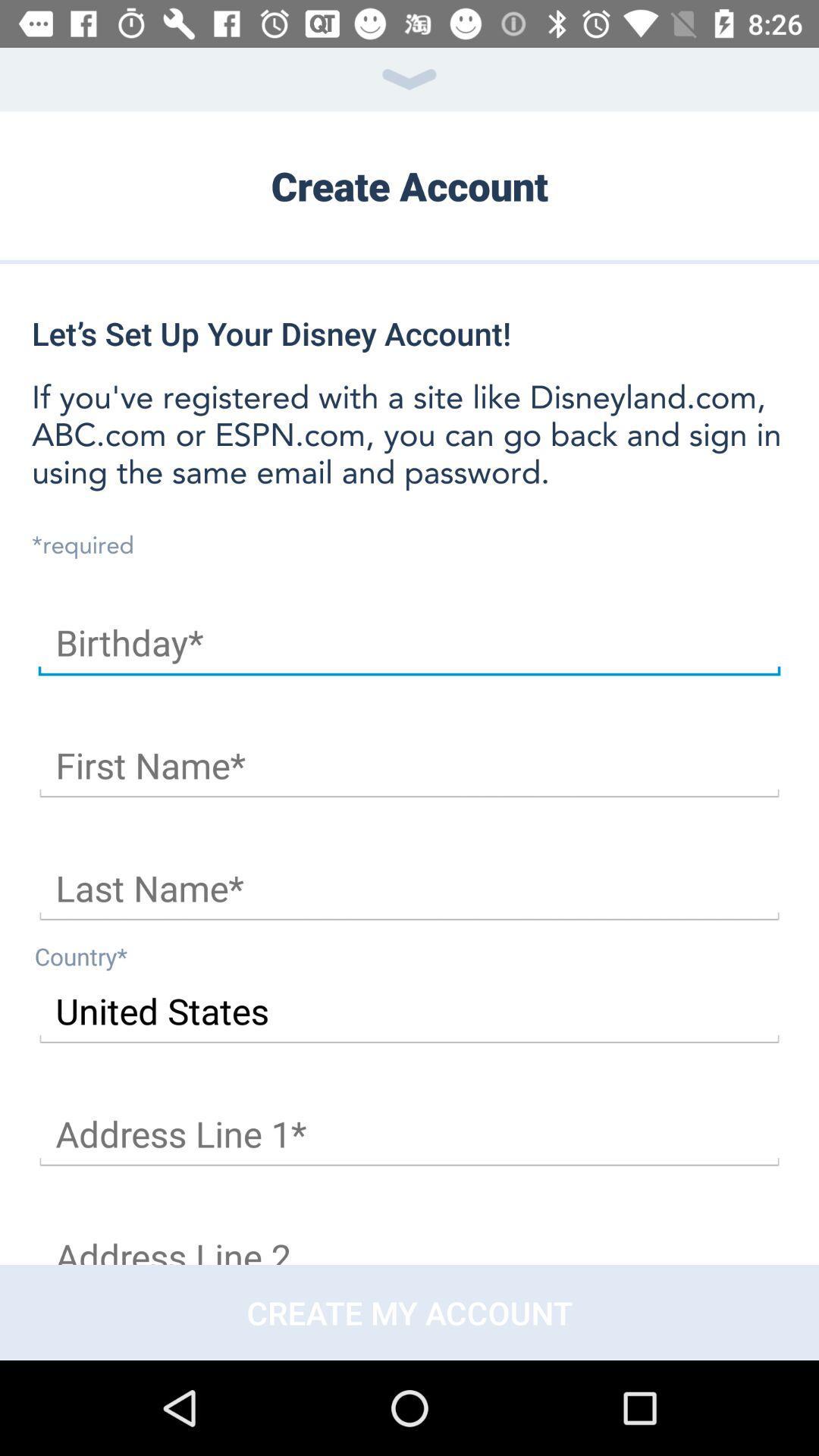  I want to click on address line 1, so click(409, 1134).